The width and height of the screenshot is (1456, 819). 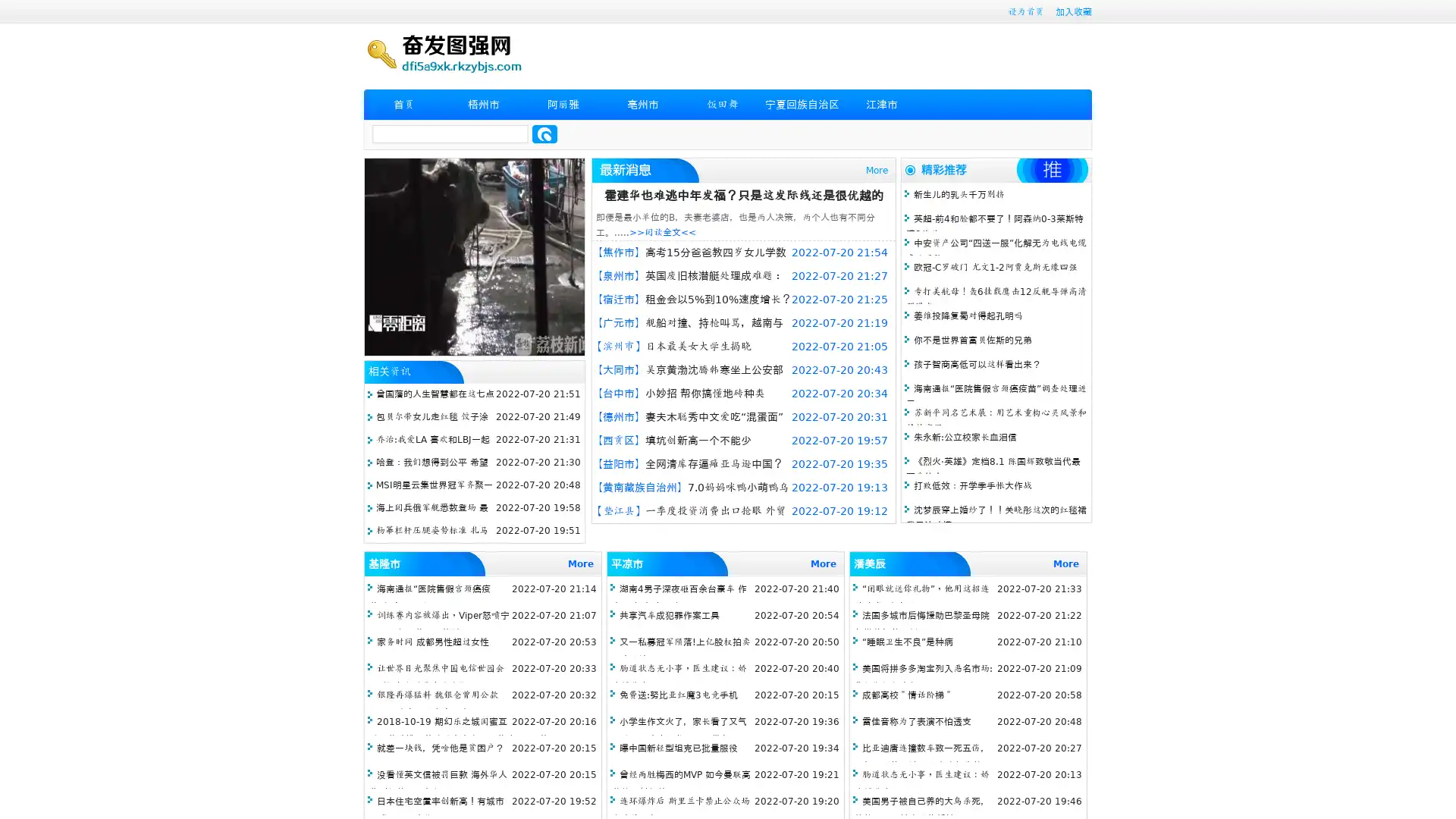 What do you see at coordinates (544, 133) in the screenshot?
I see `Search` at bounding box center [544, 133].